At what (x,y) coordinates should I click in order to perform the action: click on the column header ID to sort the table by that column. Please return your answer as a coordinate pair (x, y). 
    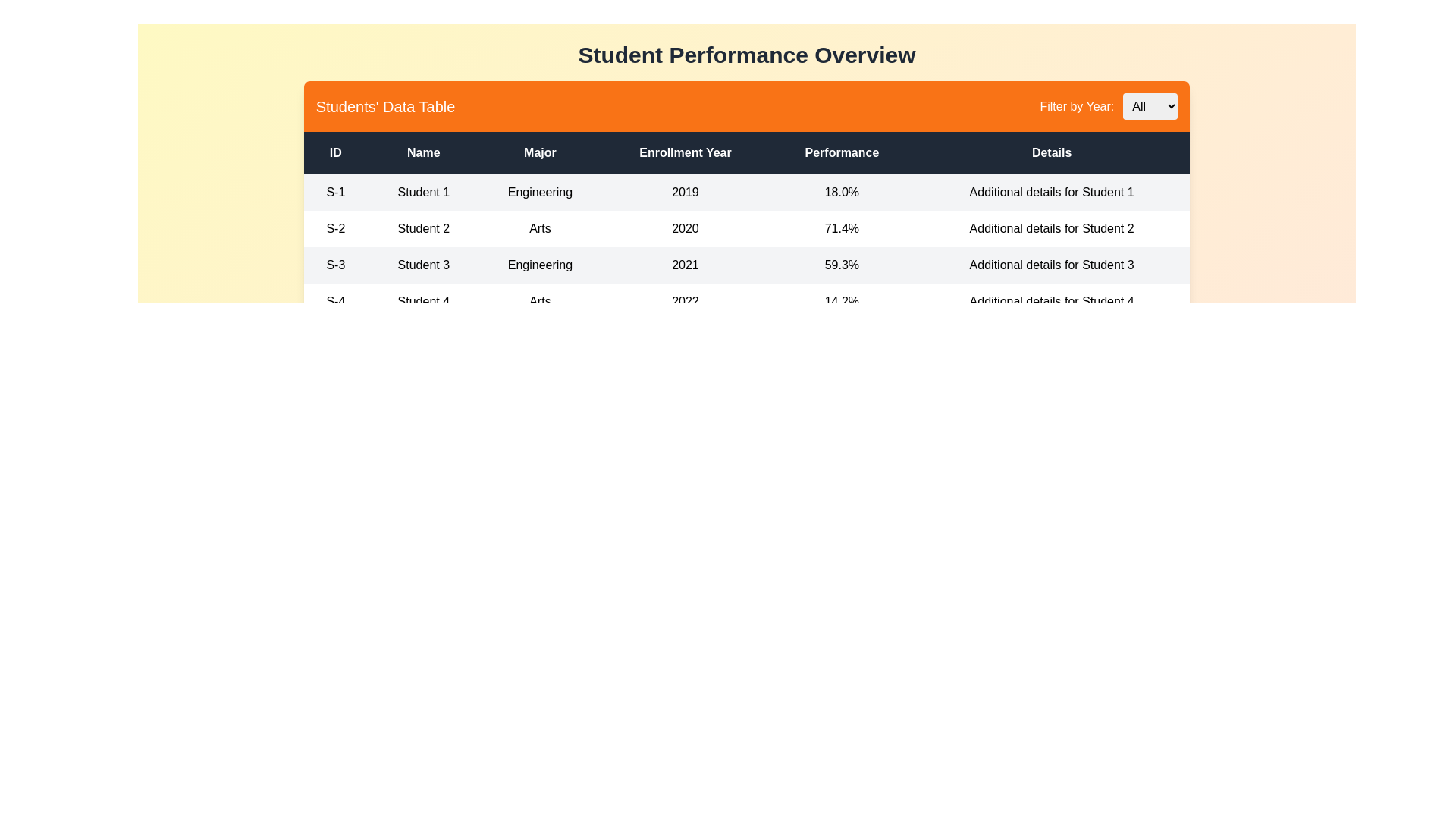
    Looking at the image, I should click on (334, 152).